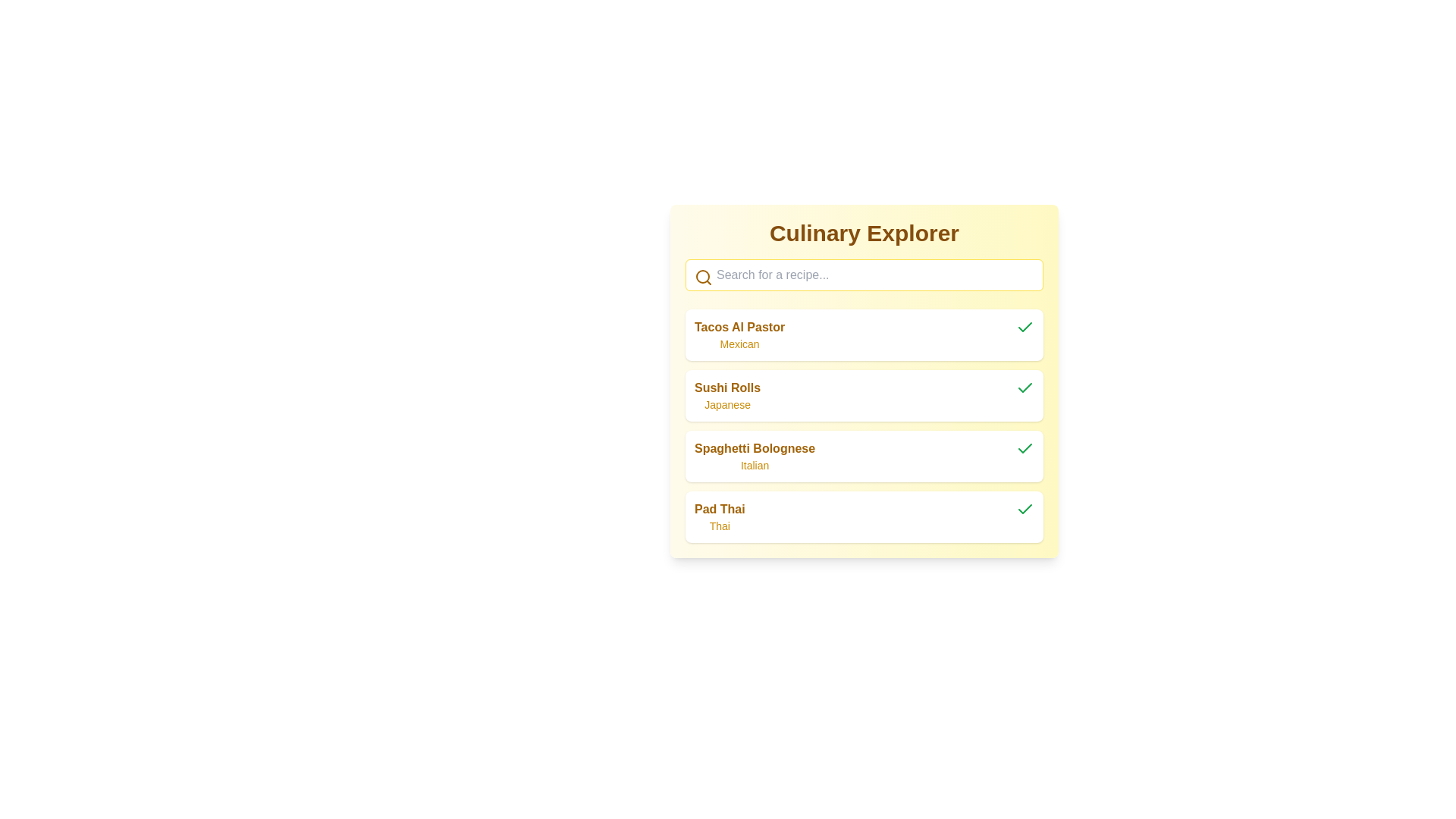 Image resolution: width=1456 pixels, height=819 pixels. What do you see at coordinates (755, 464) in the screenshot?
I see `text of the 'Italian' label located below the 'Spaghetti Bolognese' title, which indicates the cuisine type associated with the dish` at bounding box center [755, 464].